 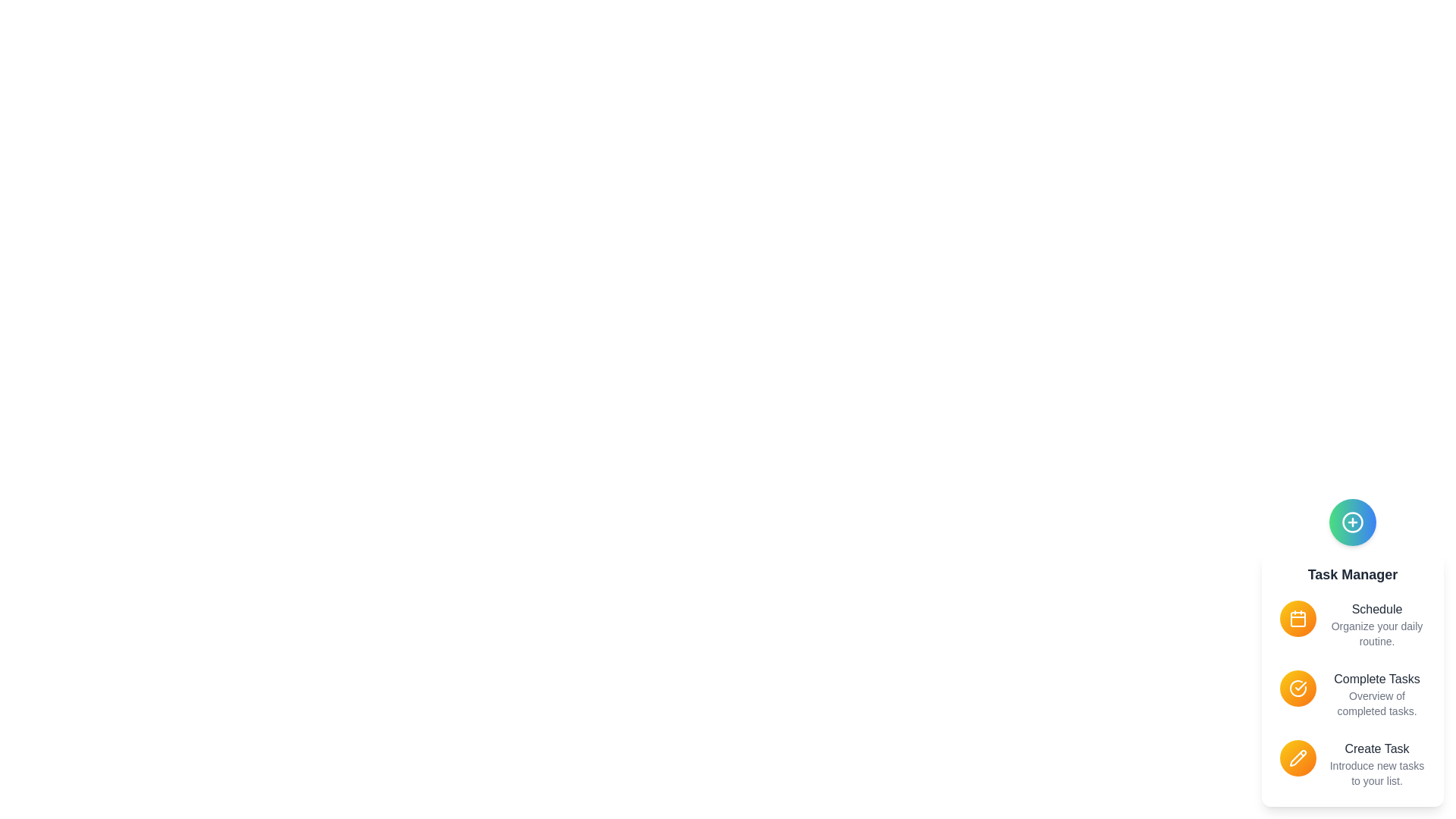 I want to click on the speed dial button to toggle the menu, so click(x=1353, y=522).